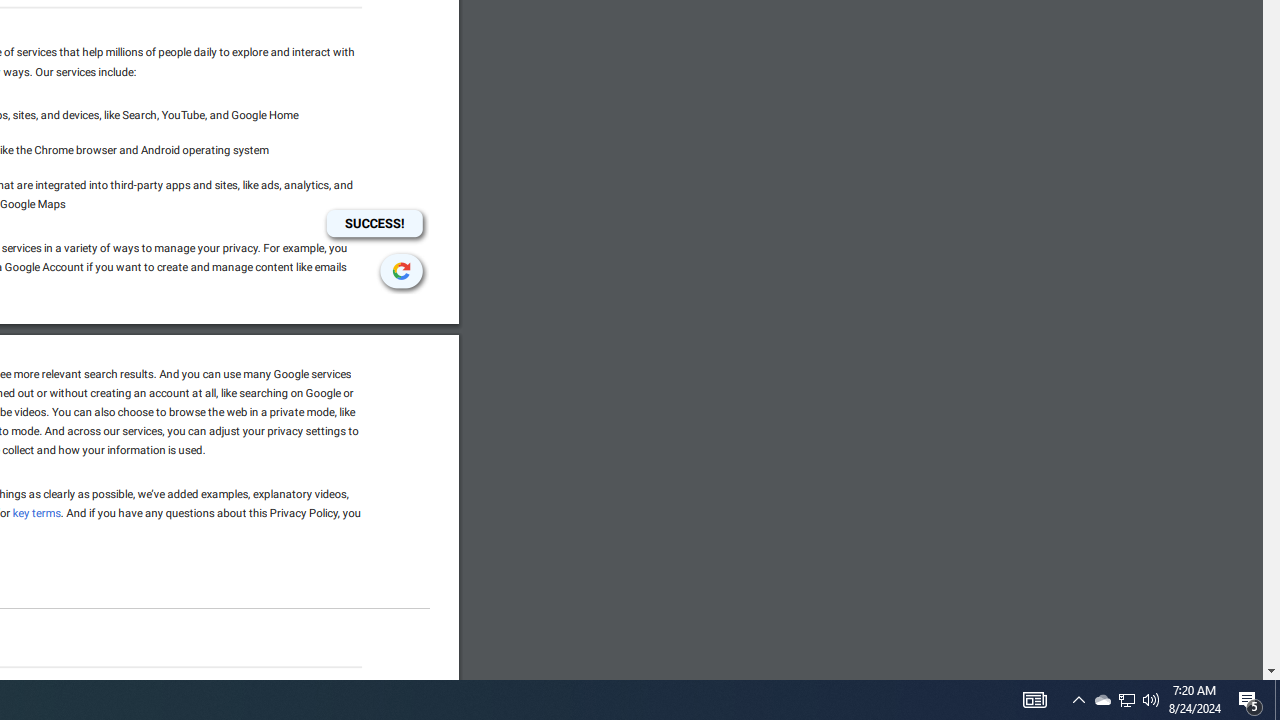 This screenshot has width=1280, height=720. What do you see at coordinates (36, 512) in the screenshot?
I see `'key terms'` at bounding box center [36, 512].